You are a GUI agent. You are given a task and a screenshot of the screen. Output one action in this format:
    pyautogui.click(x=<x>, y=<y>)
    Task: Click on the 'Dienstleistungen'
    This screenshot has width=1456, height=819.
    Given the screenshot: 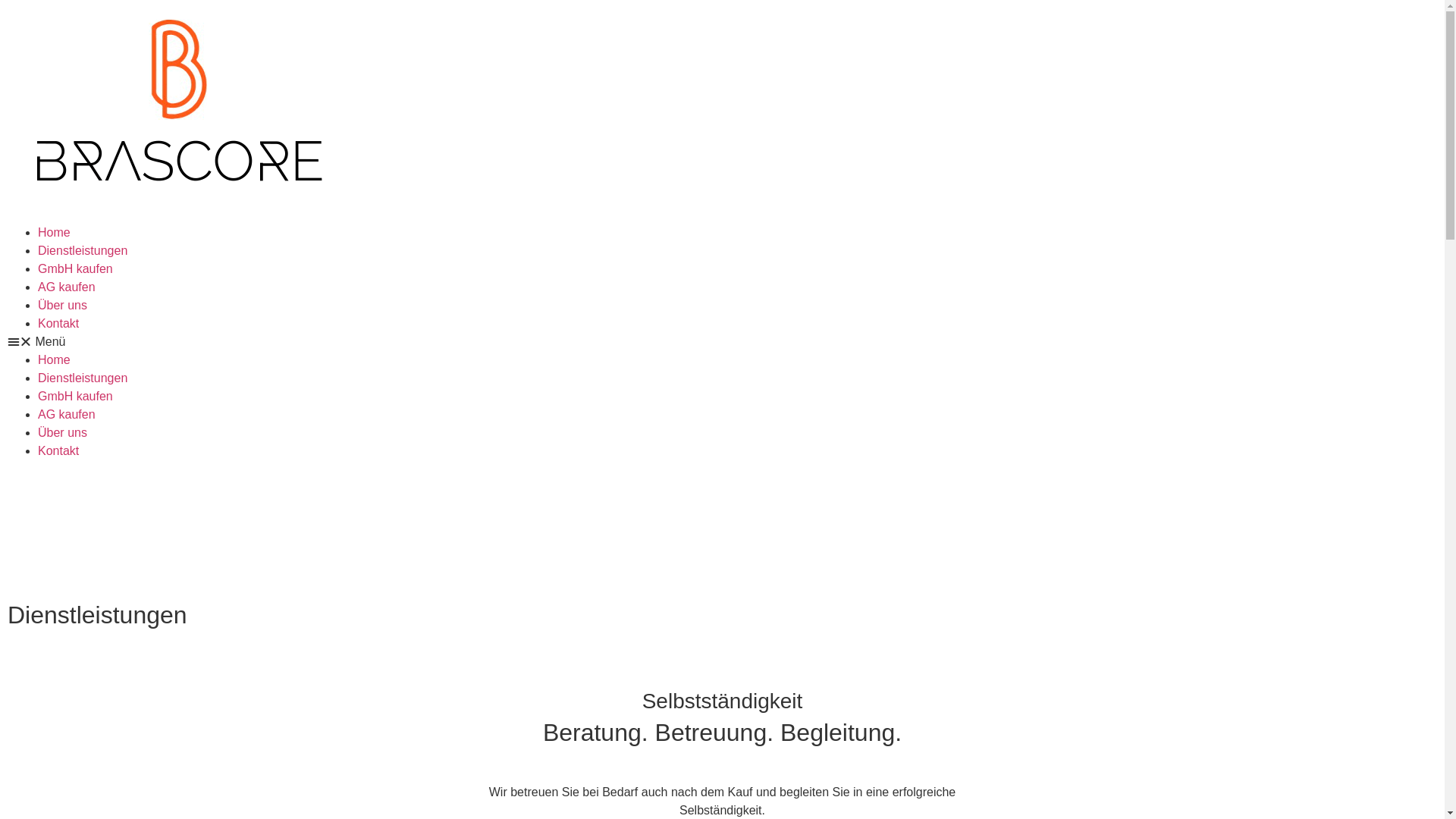 What is the action you would take?
    pyautogui.click(x=82, y=377)
    